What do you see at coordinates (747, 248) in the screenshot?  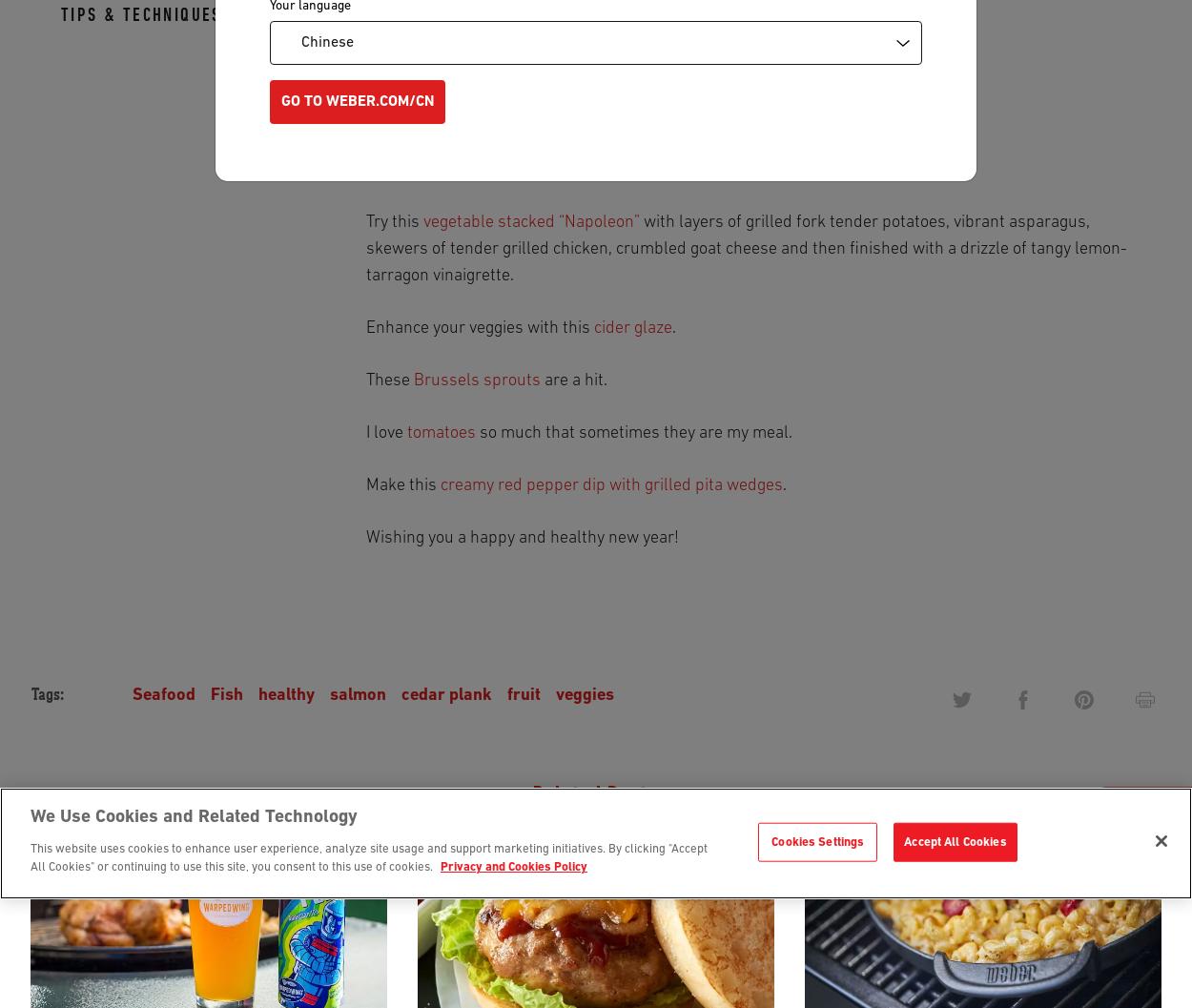 I see `'with layers of grilled fork tender potatoes, vibrant asparagus, skewers of tender grilled chicken, crumbled goat cheese and then finished with a drizzle of tangy lemon-tarragon vinaigrette.'` at bounding box center [747, 248].